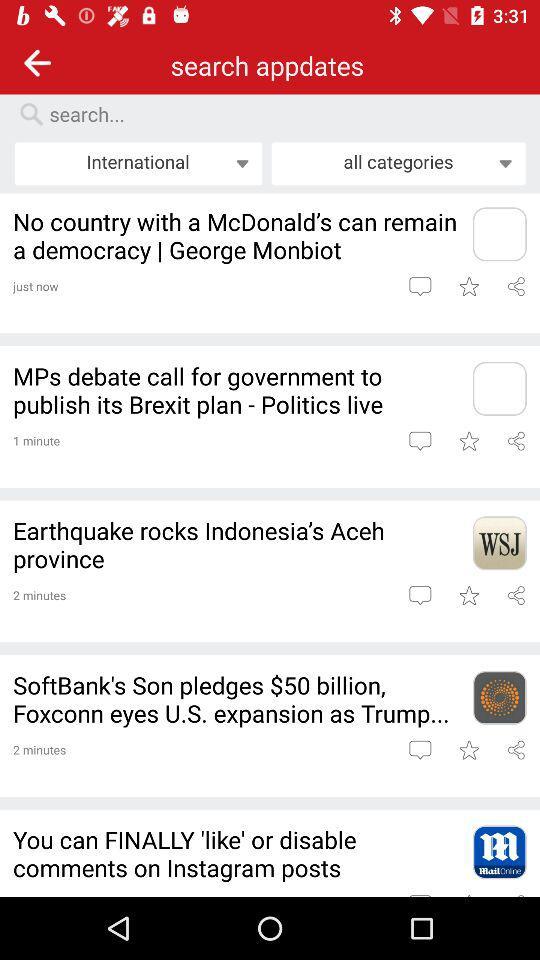  What do you see at coordinates (498, 851) in the screenshot?
I see `disable the comments` at bounding box center [498, 851].